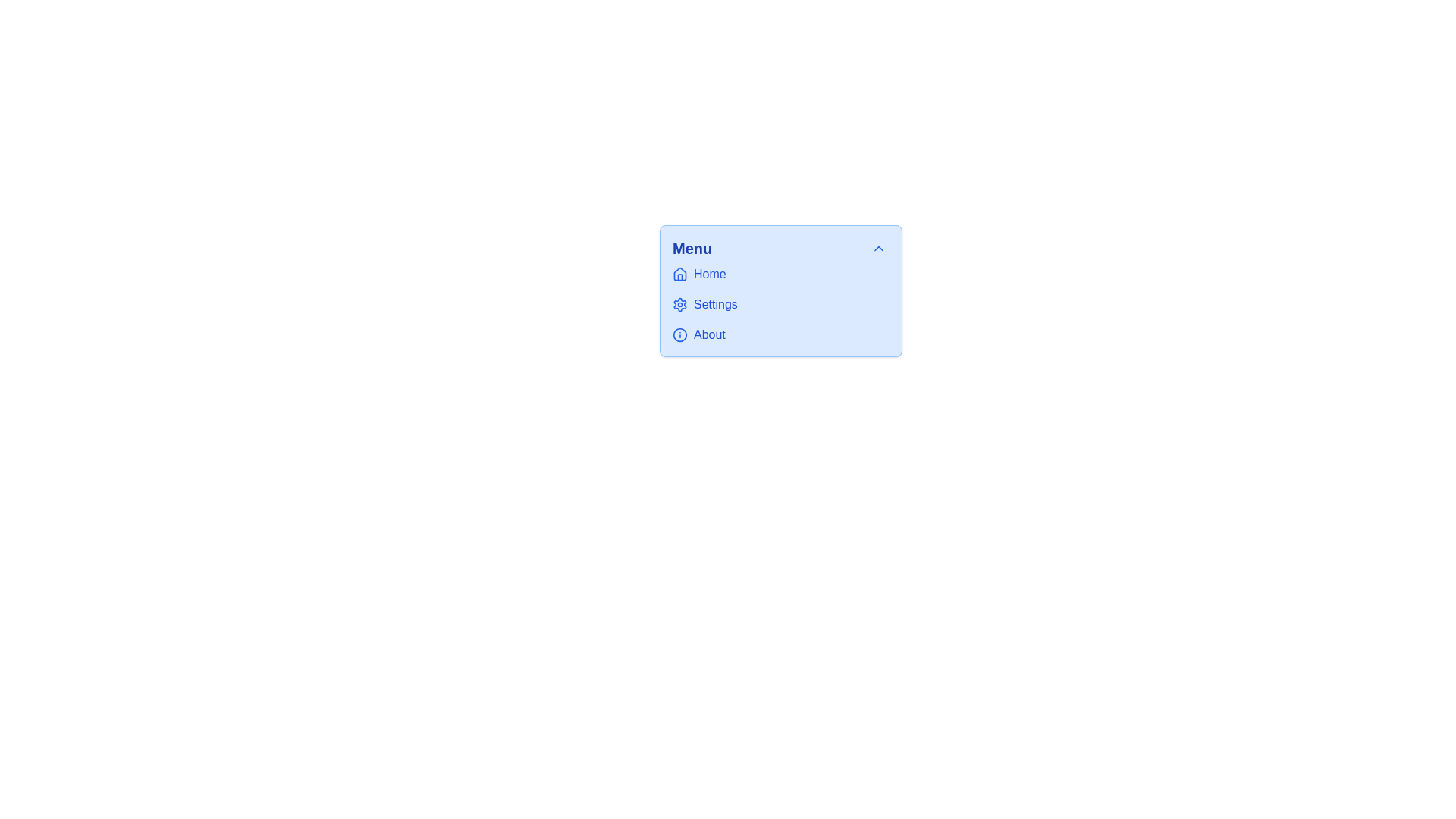 The width and height of the screenshot is (1456, 819). I want to click on the small circular blue outlined icon with an information symbol located to the left of the 'About' text in the vertical menu listing, so click(679, 334).